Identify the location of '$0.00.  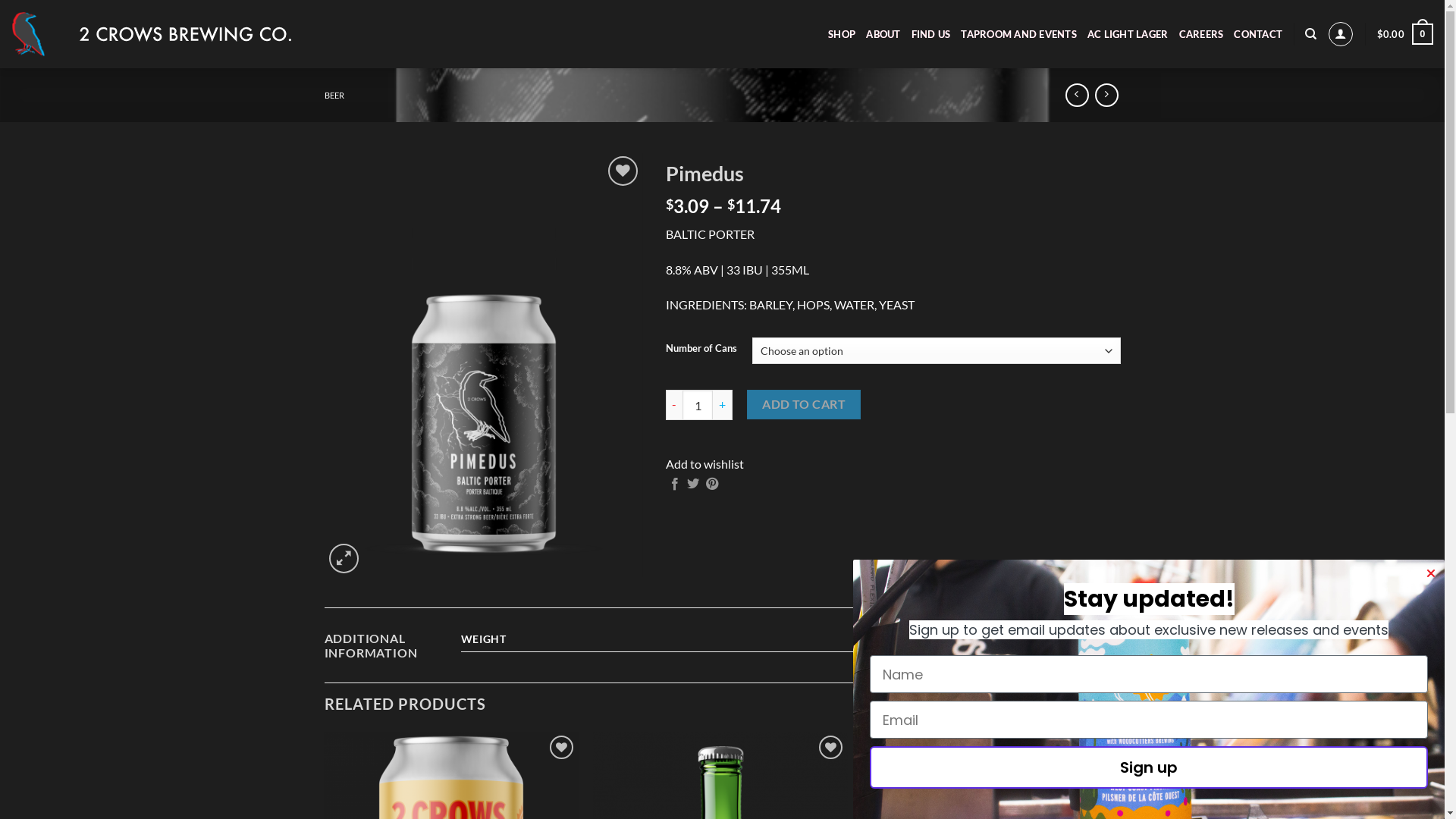
(1404, 34).